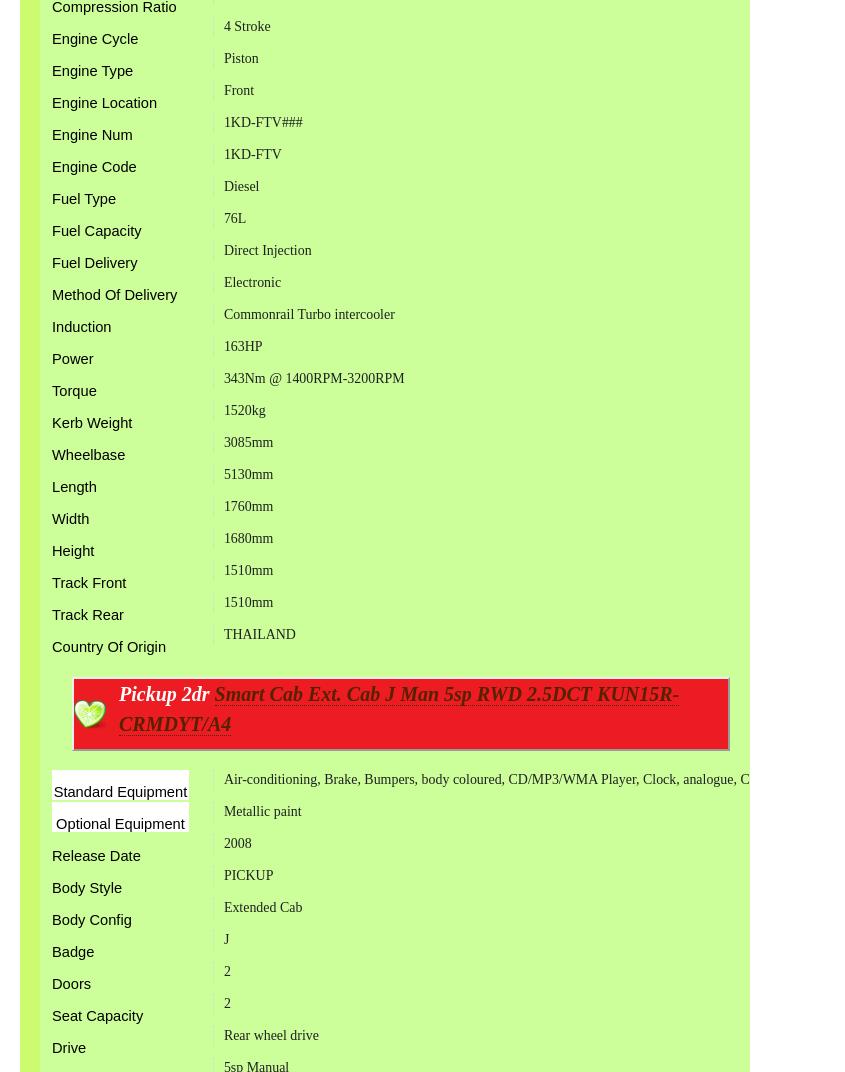  What do you see at coordinates (262, 809) in the screenshot?
I see `'Metallic paint'` at bounding box center [262, 809].